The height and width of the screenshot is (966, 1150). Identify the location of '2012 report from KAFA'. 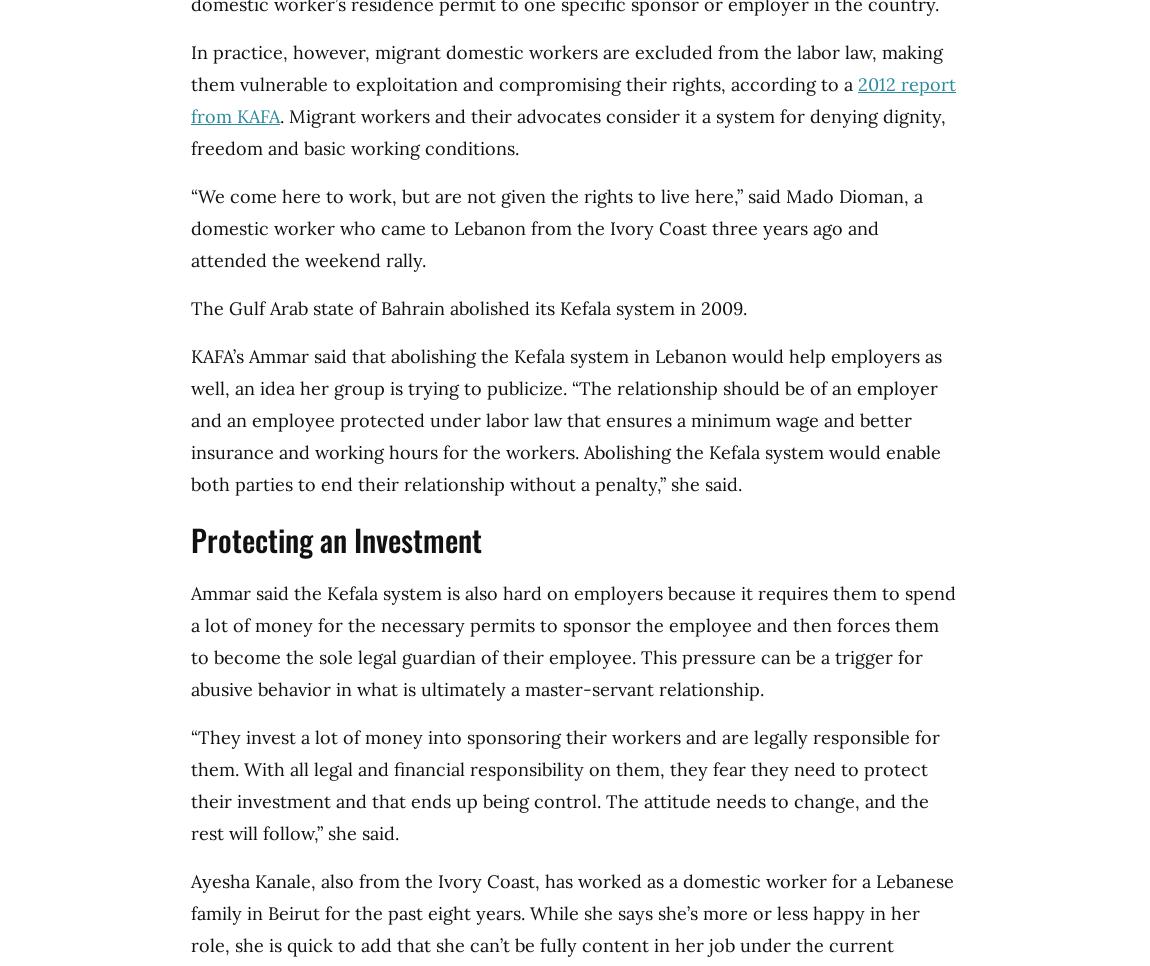
(190, 99).